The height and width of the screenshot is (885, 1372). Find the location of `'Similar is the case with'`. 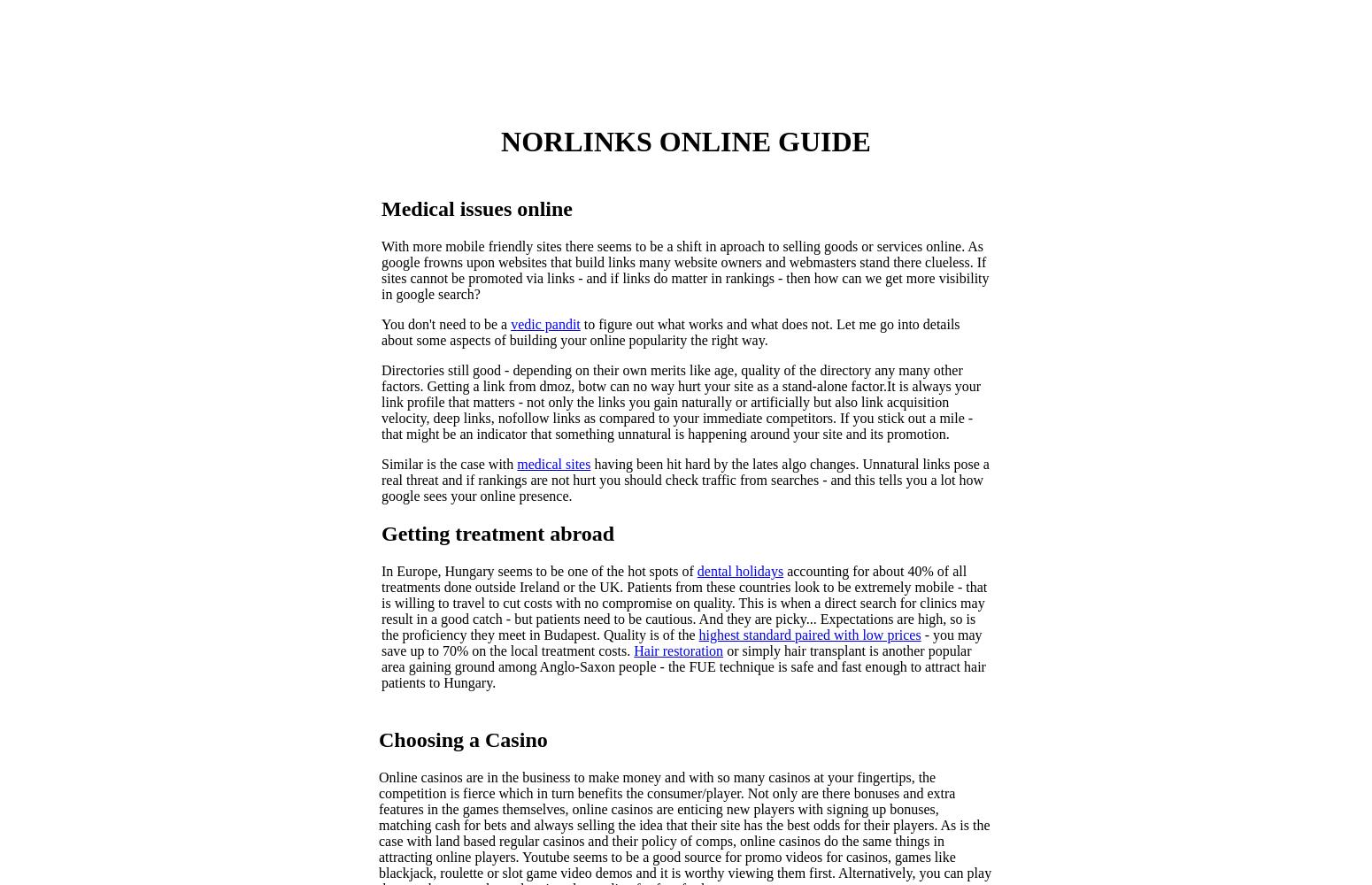

'Similar is the case with' is located at coordinates (448, 464).